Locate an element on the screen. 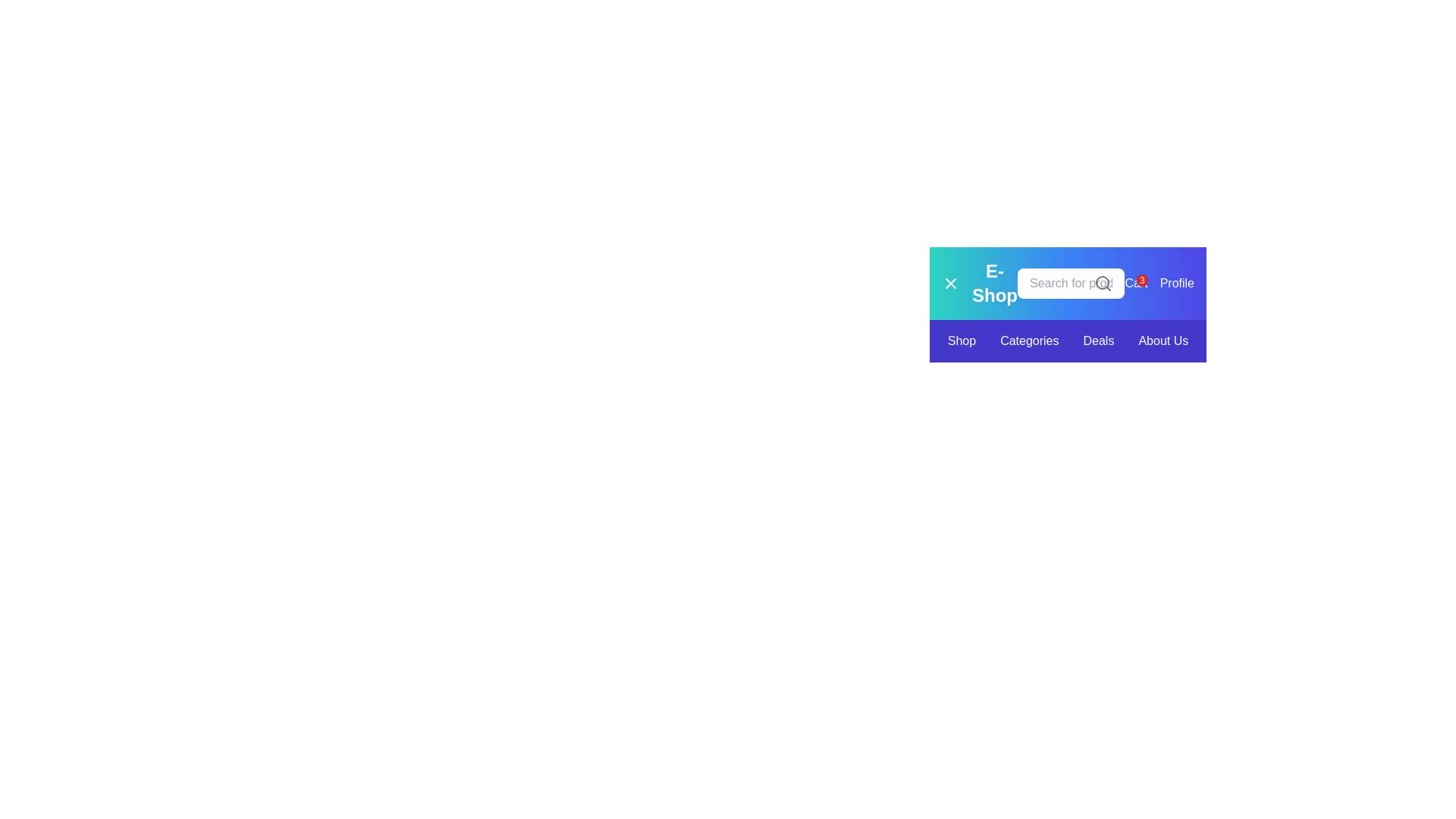  the third link in the horizontal menu bar labeled 'Deals' is located at coordinates (1099, 341).